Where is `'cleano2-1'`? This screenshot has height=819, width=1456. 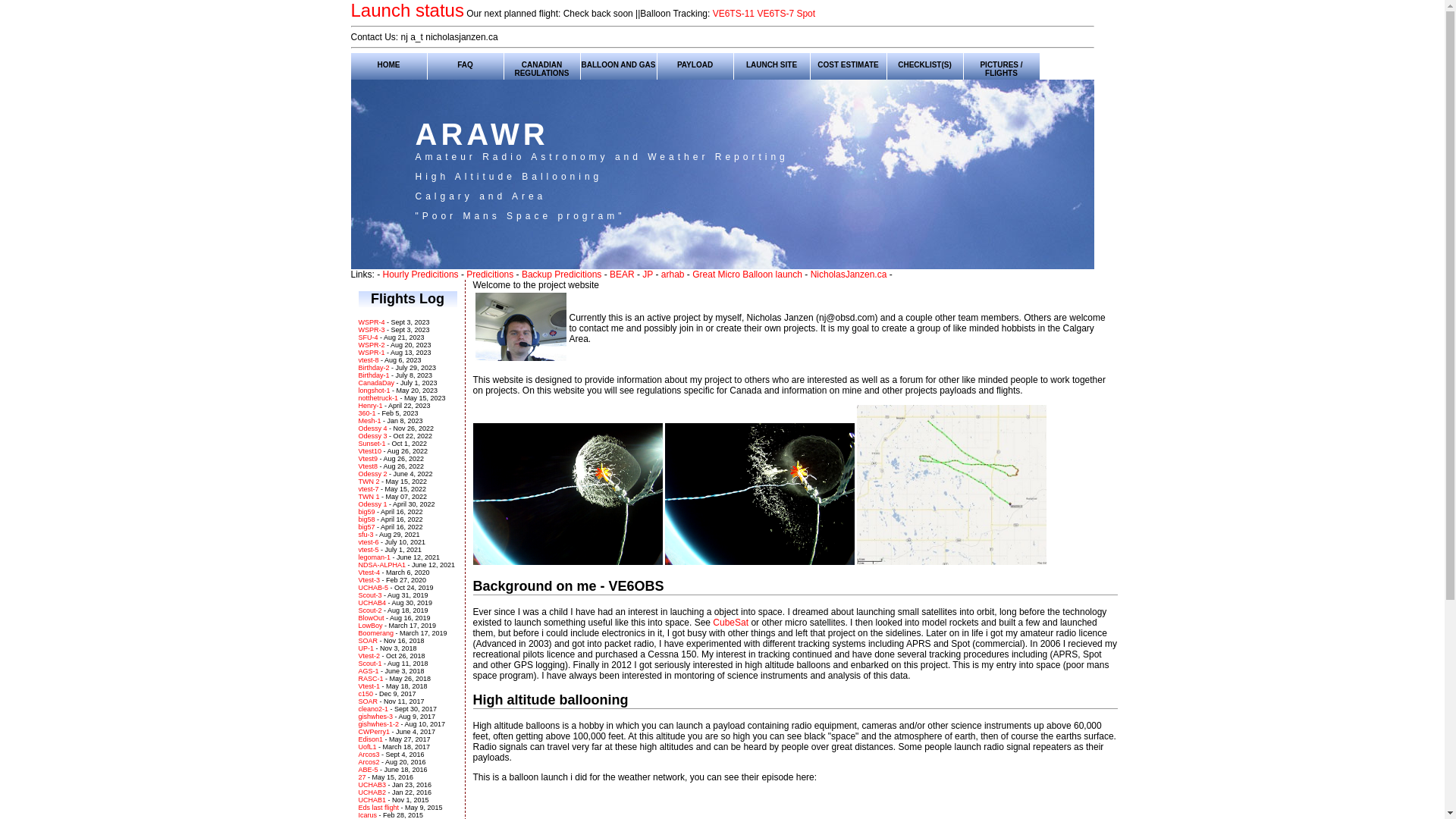
'cleano2-1' is located at coordinates (372, 708).